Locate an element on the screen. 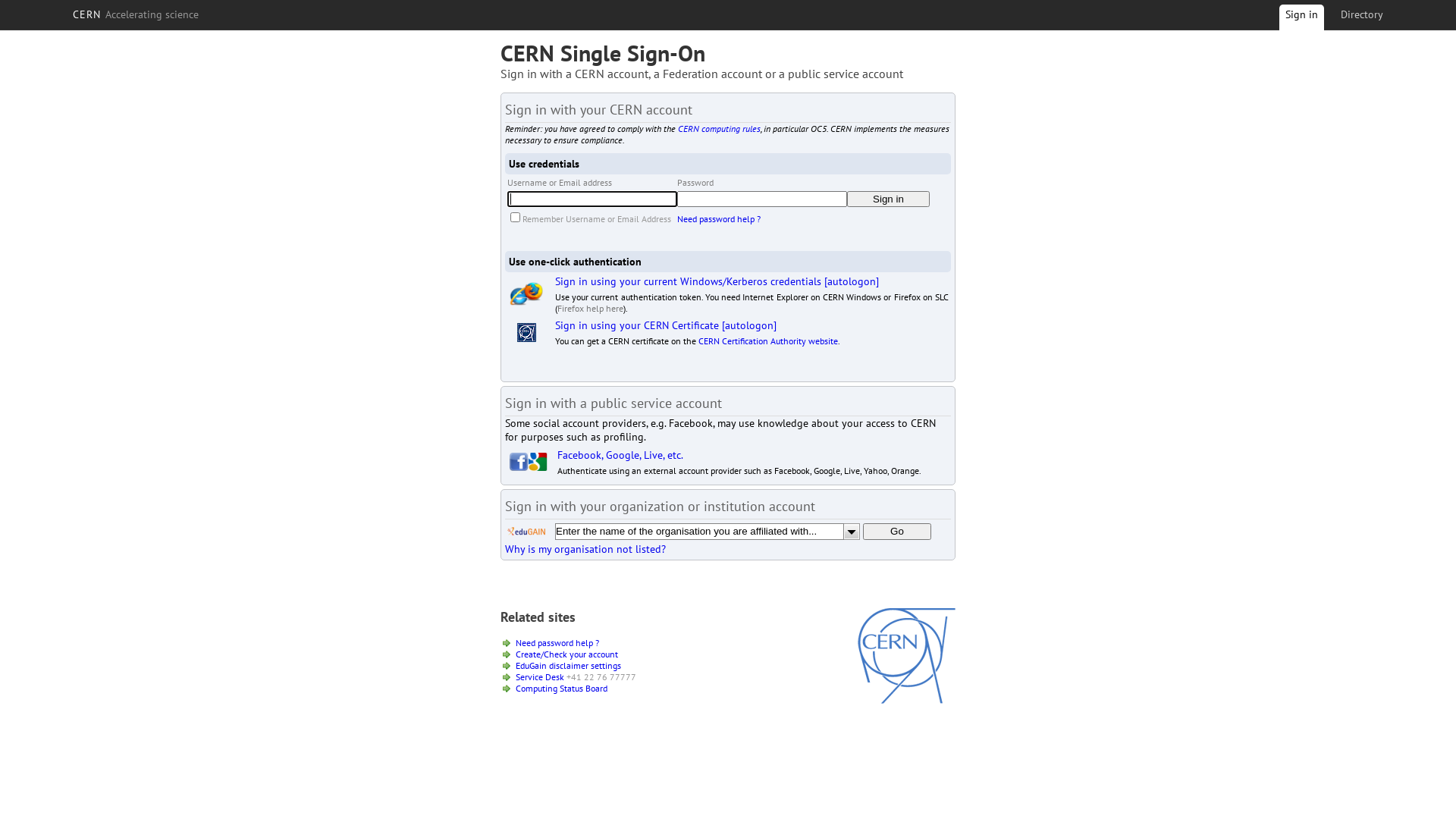 This screenshot has width=1456, height=819. 'Why is my organisation not listed?' is located at coordinates (505, 549).